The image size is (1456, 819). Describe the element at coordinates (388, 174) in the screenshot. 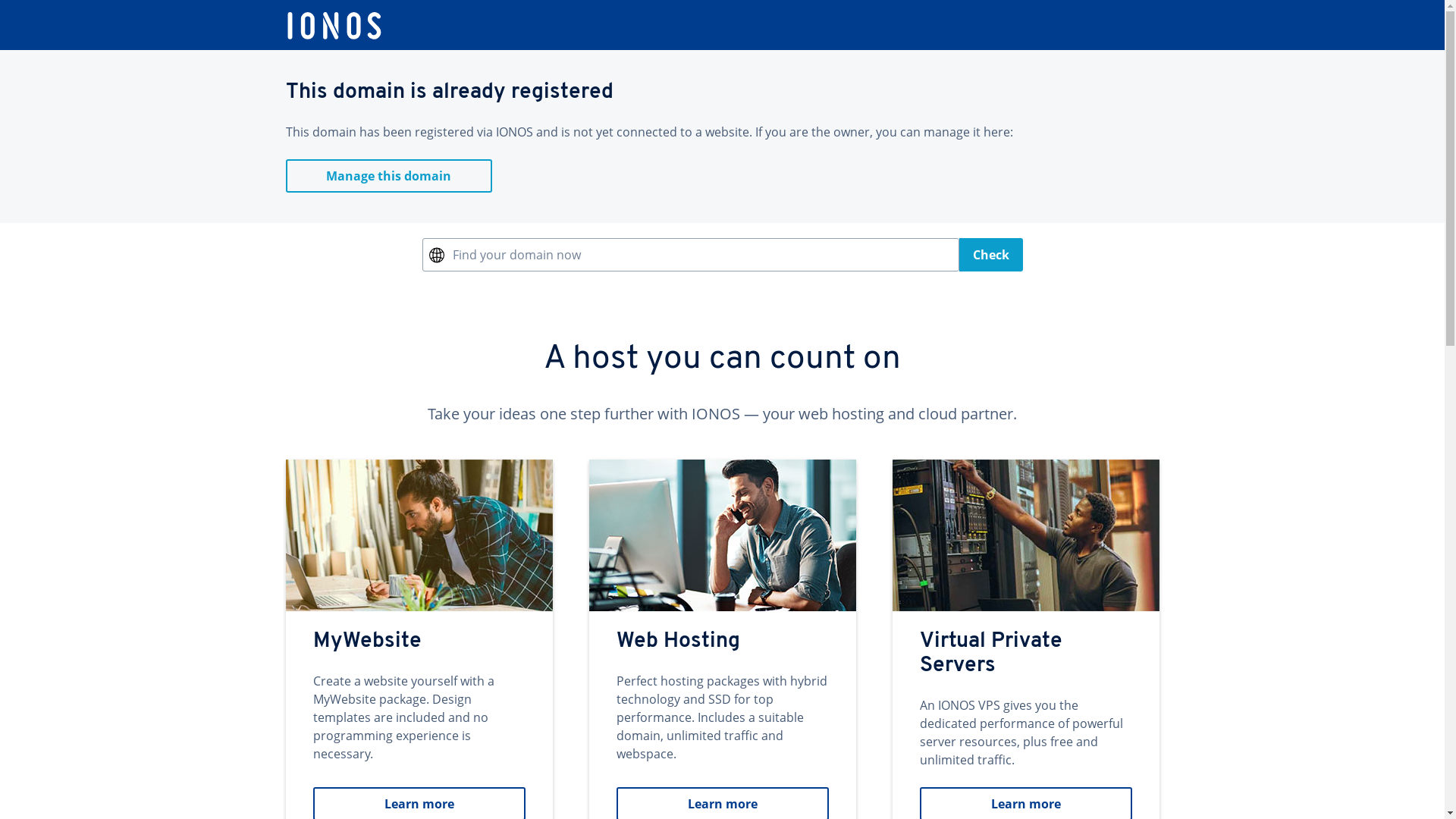

I see `'Manage this domain'` at that location.